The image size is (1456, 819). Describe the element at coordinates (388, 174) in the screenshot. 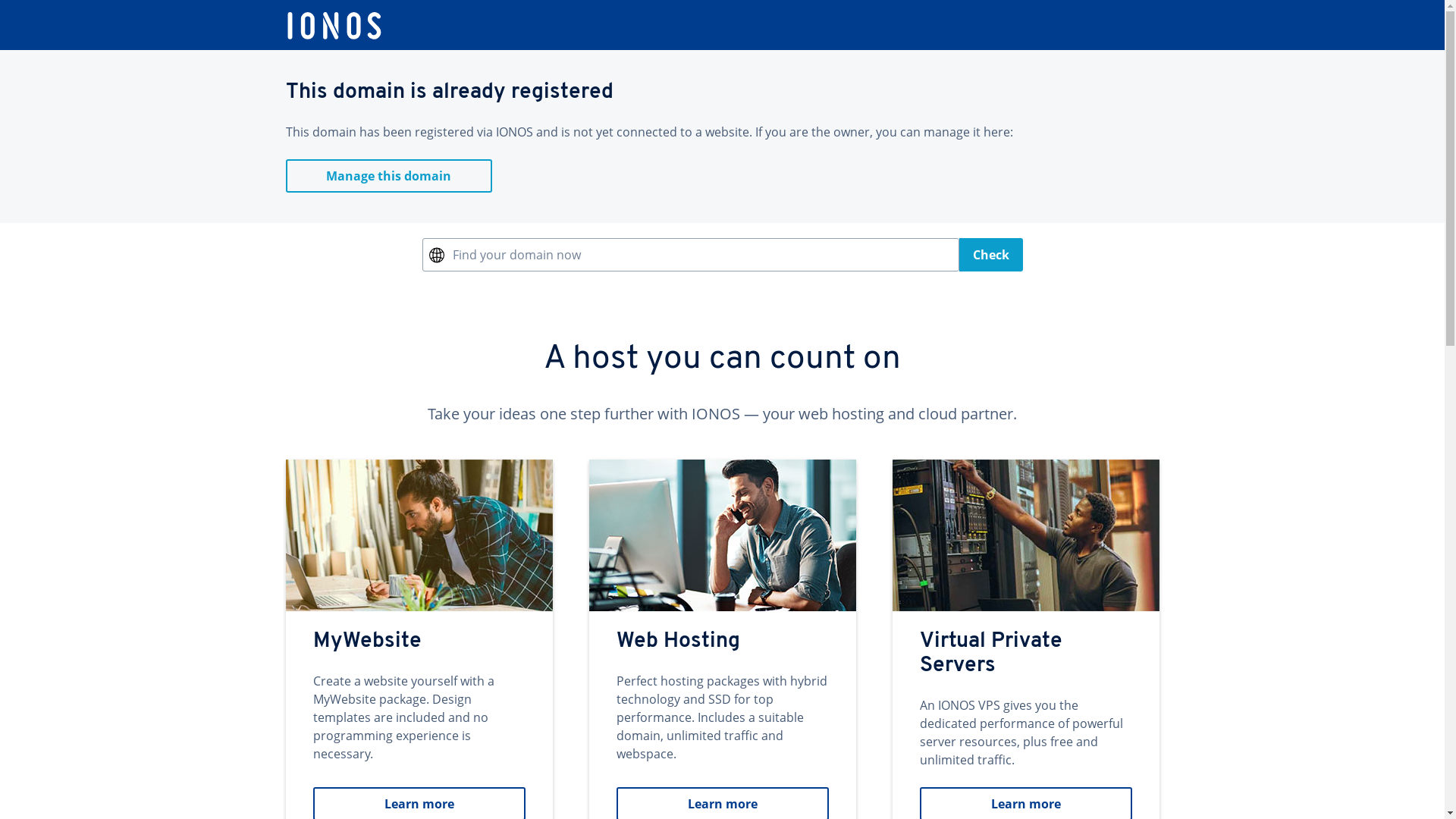

I see `'Manage this domain'` at that location.